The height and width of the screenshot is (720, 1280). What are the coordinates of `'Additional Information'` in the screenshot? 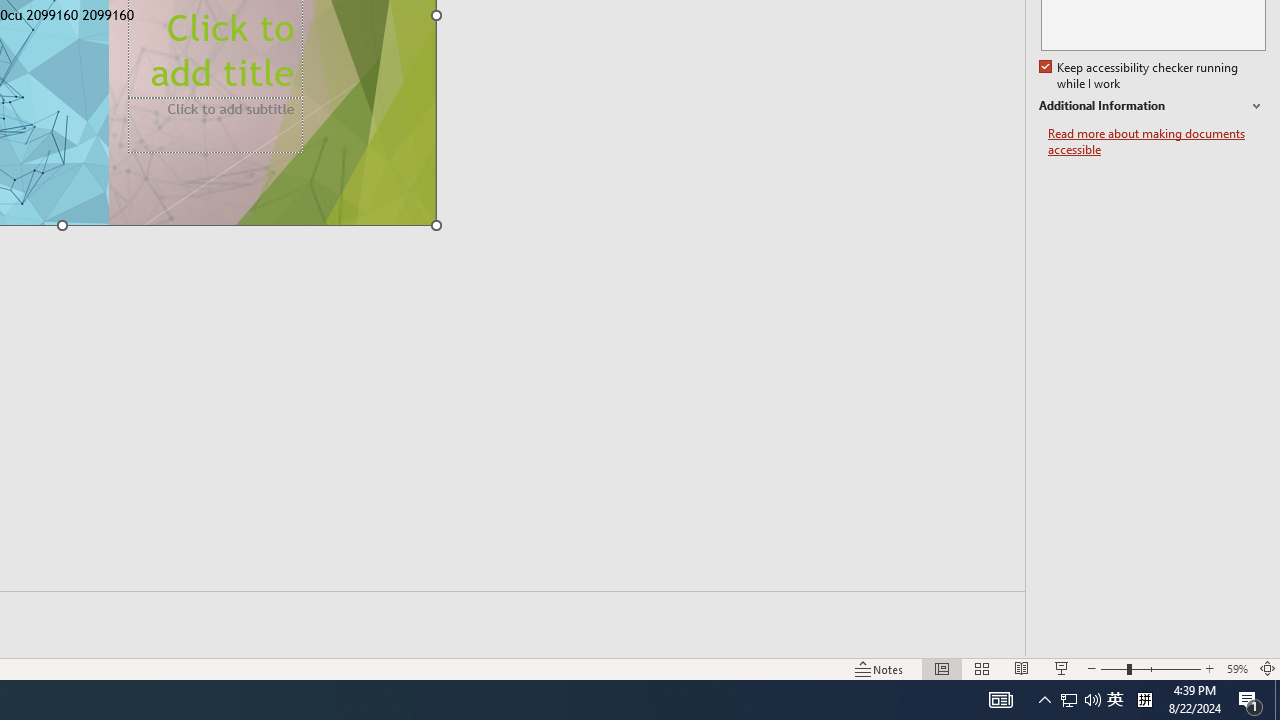 It's located at (1152, 106).